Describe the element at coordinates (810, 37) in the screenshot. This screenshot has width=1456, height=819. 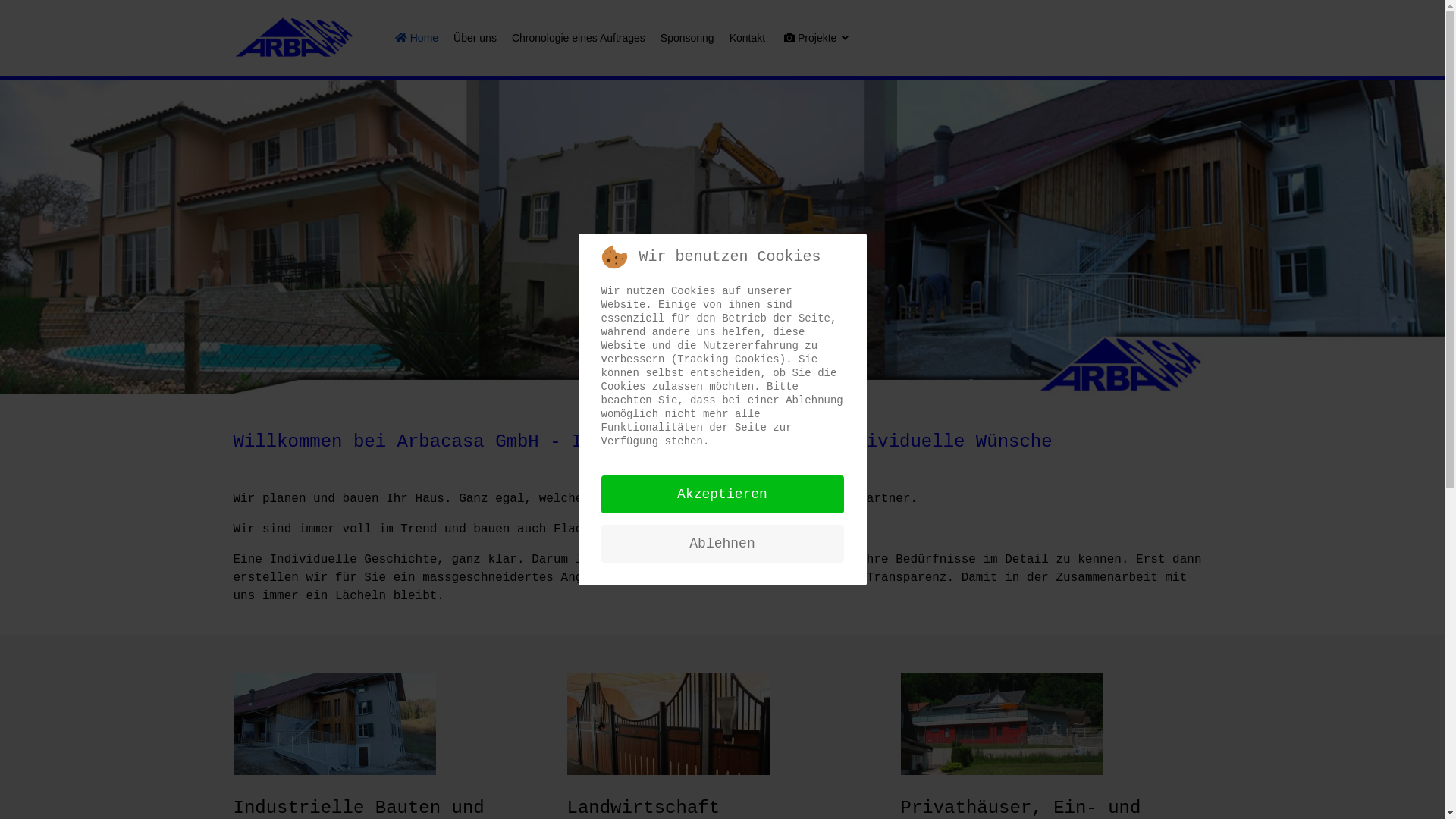
I see `'Projekte'` at that location.